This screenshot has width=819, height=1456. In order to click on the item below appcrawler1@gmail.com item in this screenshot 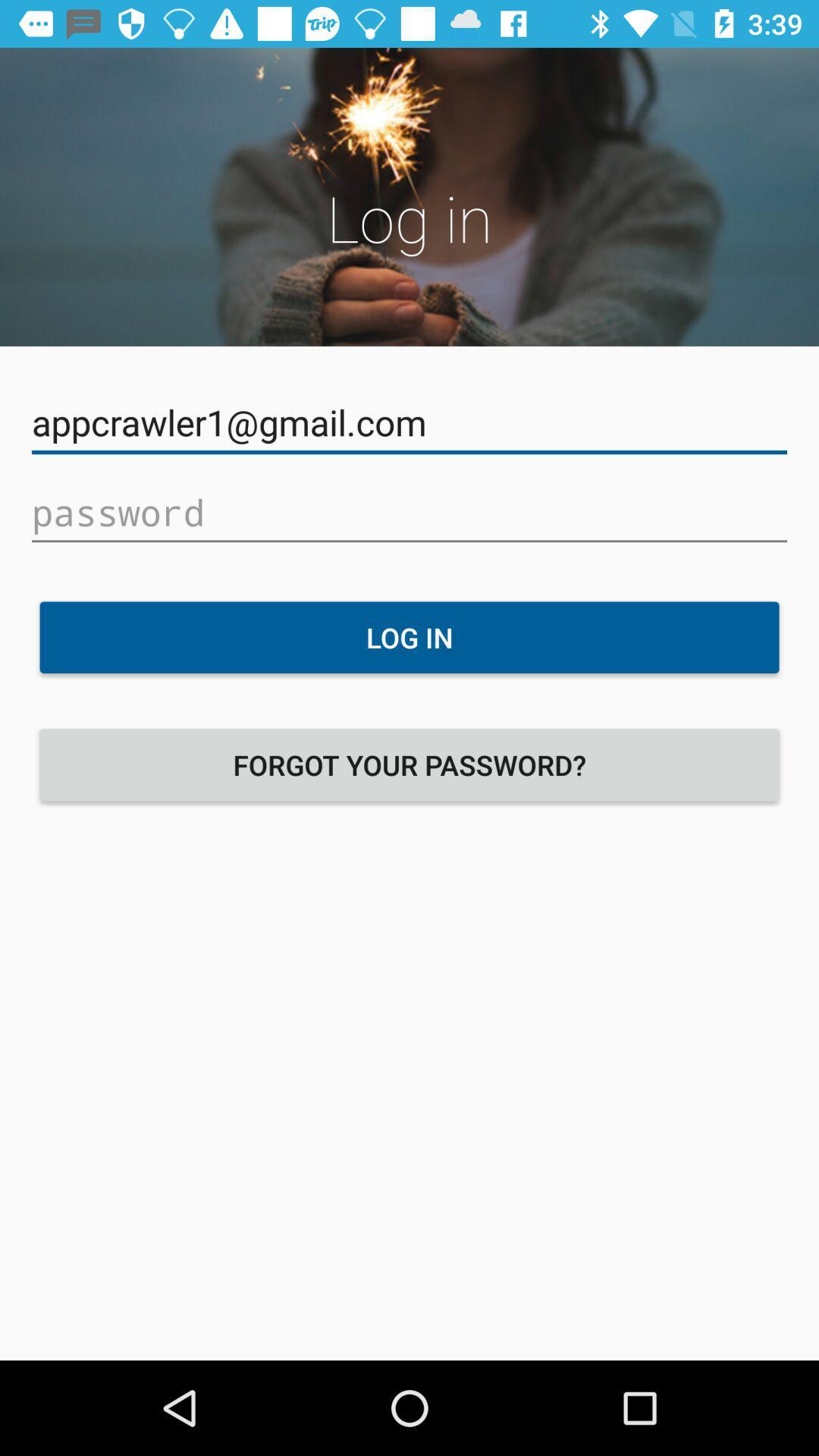, I will do `click(409, 513)`.